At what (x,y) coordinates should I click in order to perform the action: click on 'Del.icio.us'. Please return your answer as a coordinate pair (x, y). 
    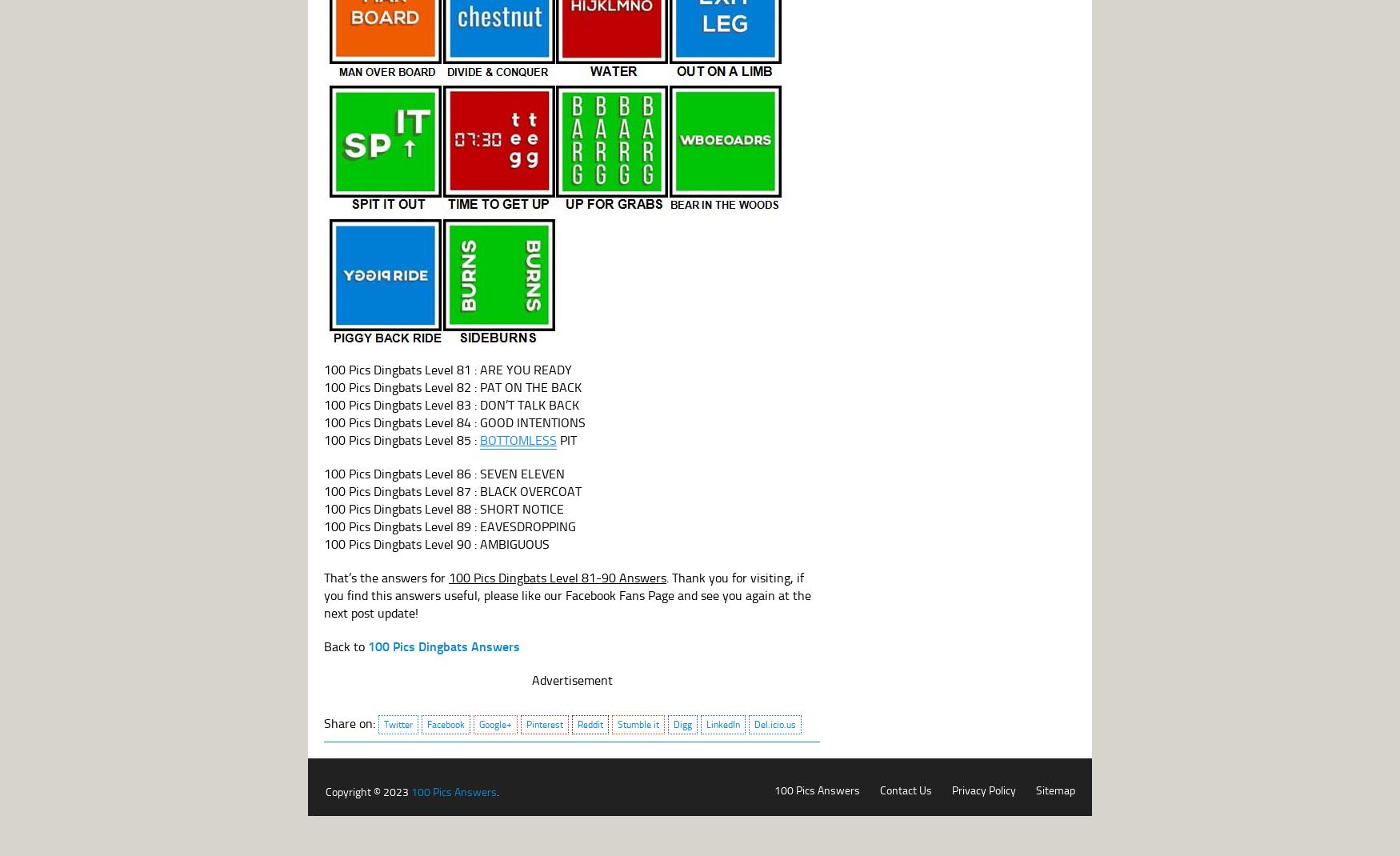
    Looking at the image, I should click on (774, 723).